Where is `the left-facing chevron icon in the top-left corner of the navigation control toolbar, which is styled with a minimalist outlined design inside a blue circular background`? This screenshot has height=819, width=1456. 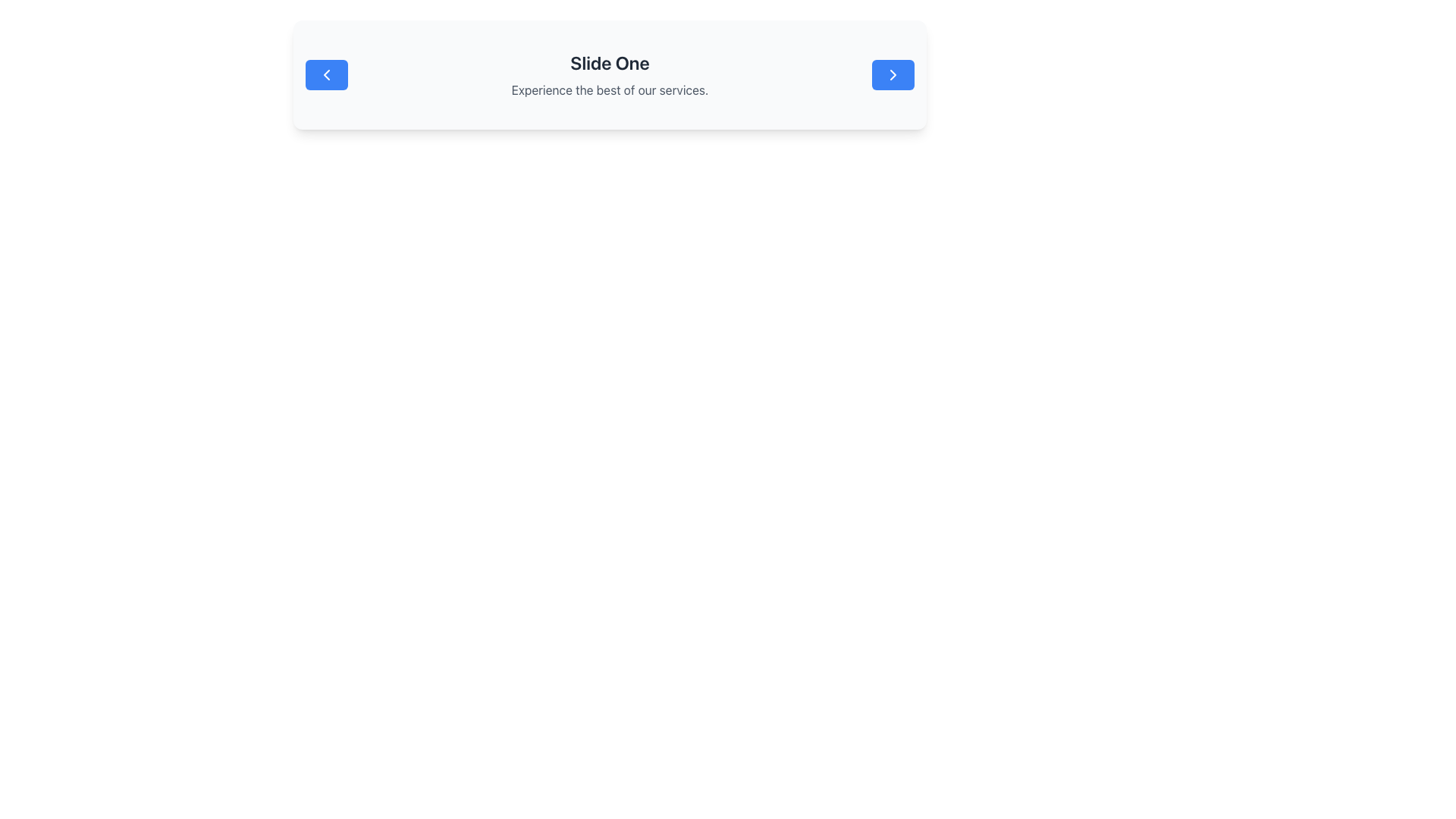
the left-facing chevron icon in the top-left corner of the navigation control toolbar, which is styled with a minimalist outlined design inside a blue circular background is located at coordinates (326, 75).